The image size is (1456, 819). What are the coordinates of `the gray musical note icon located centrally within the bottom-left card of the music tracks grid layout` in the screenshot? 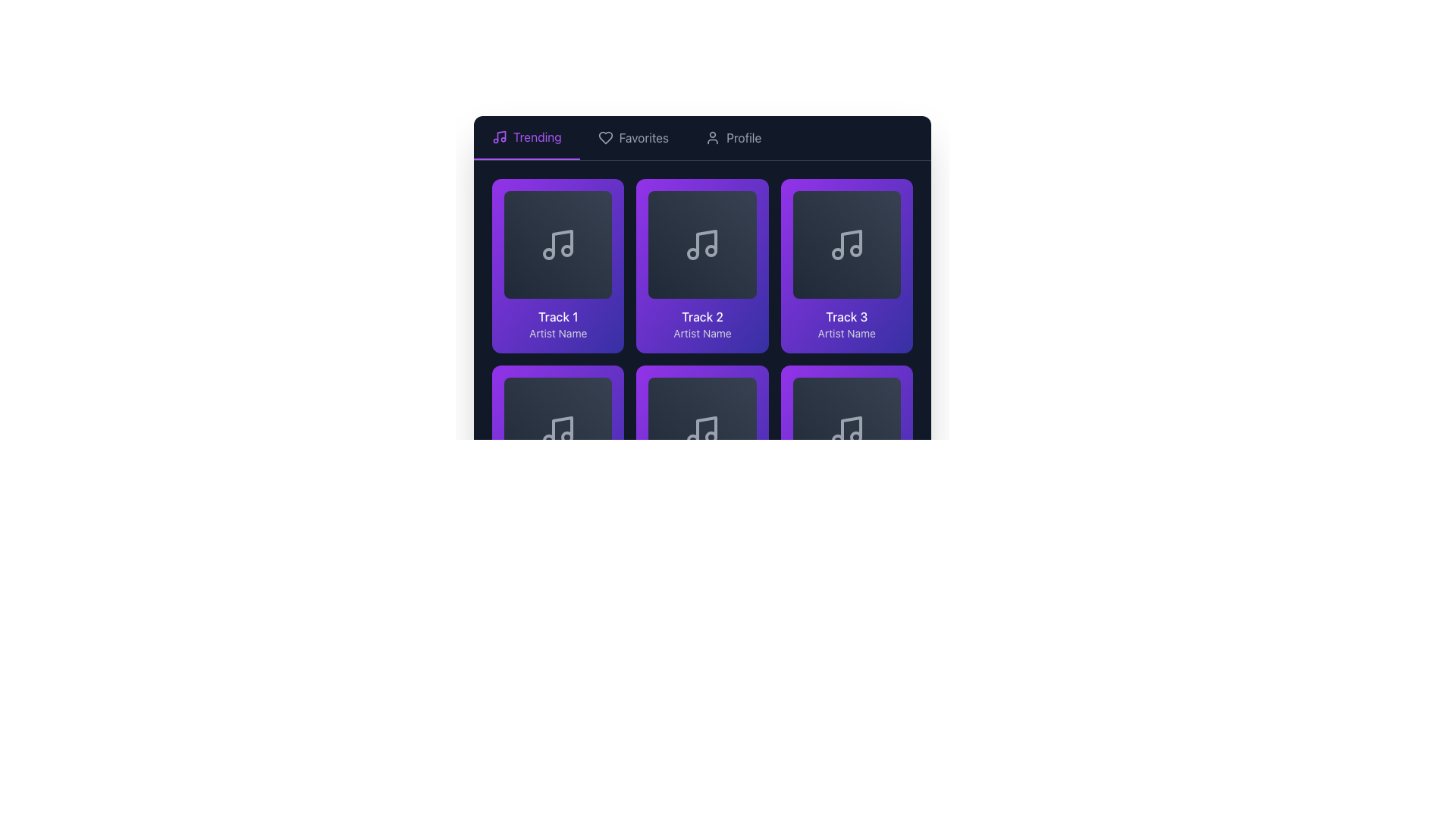 It's located at (562, 429).